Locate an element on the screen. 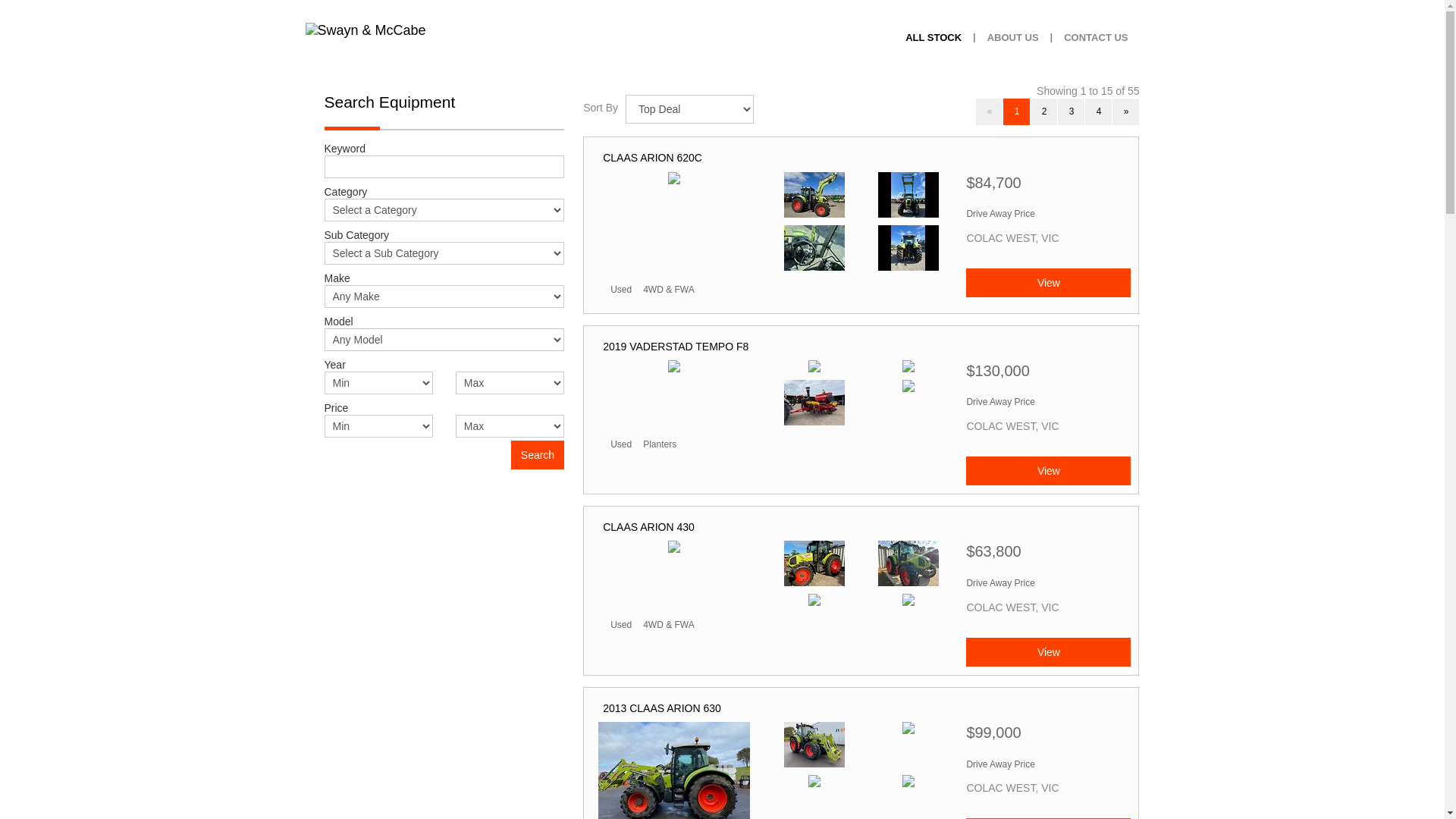  'Drive Away Price' is located at coordinates (1000, 213).